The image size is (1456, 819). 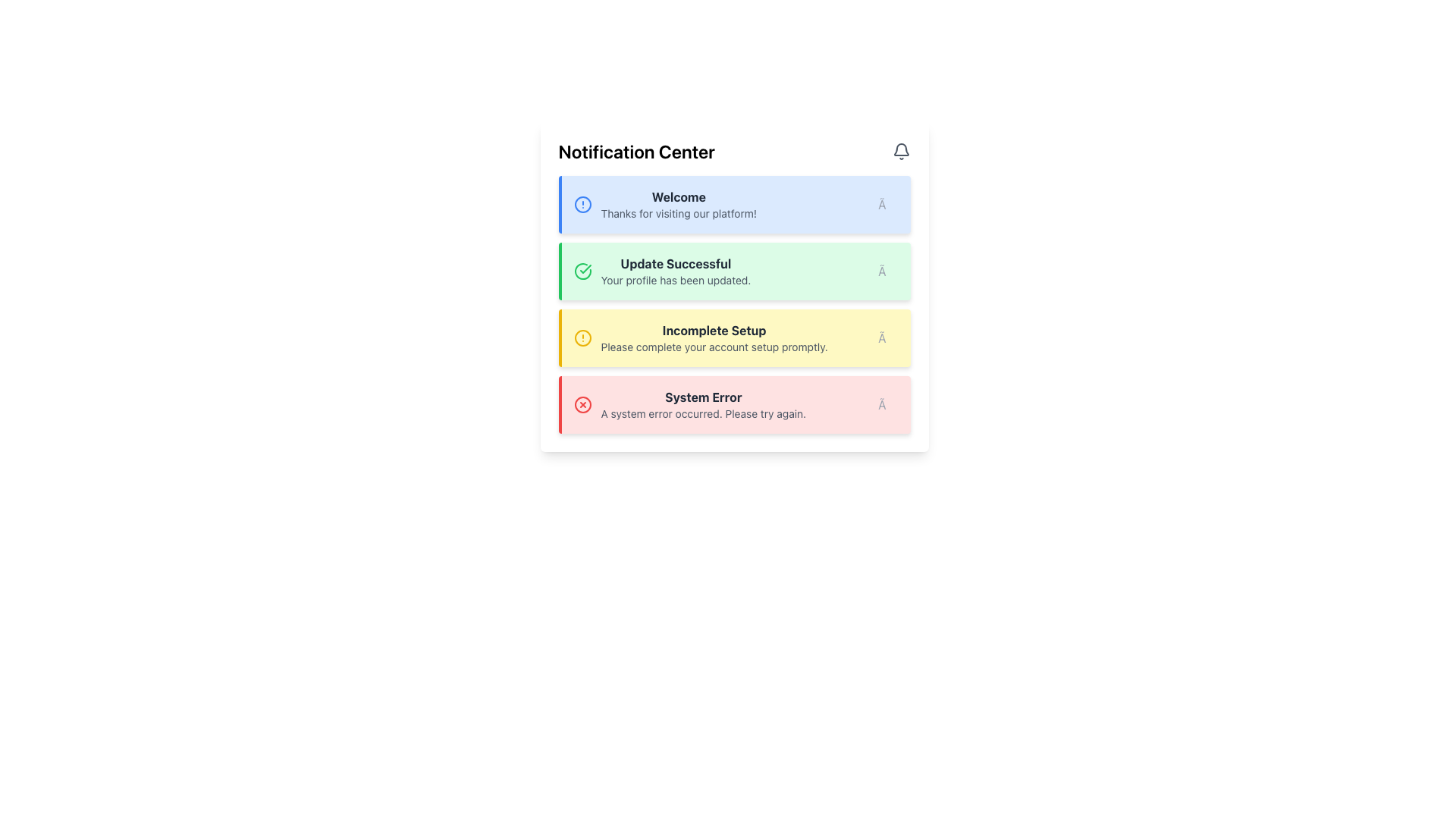 I want to click on the text label providing additional information in the blue notification panel under the 'Welcome' text, so click(x=678, y=213).